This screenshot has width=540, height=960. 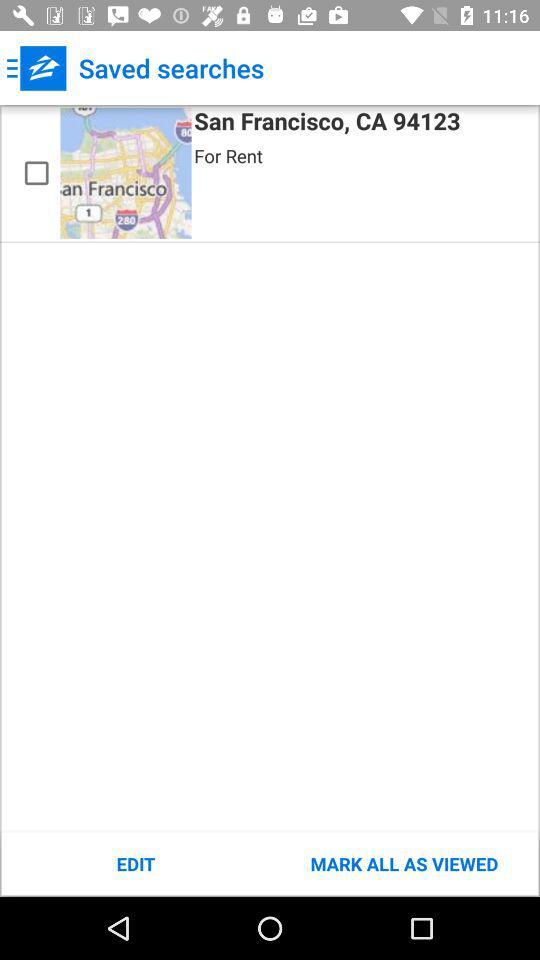 What do you see at coordinates (125, 172) in the screenshot?
I see `the icon to the left of san francisco ca icon` at bounding box center [125, 172].